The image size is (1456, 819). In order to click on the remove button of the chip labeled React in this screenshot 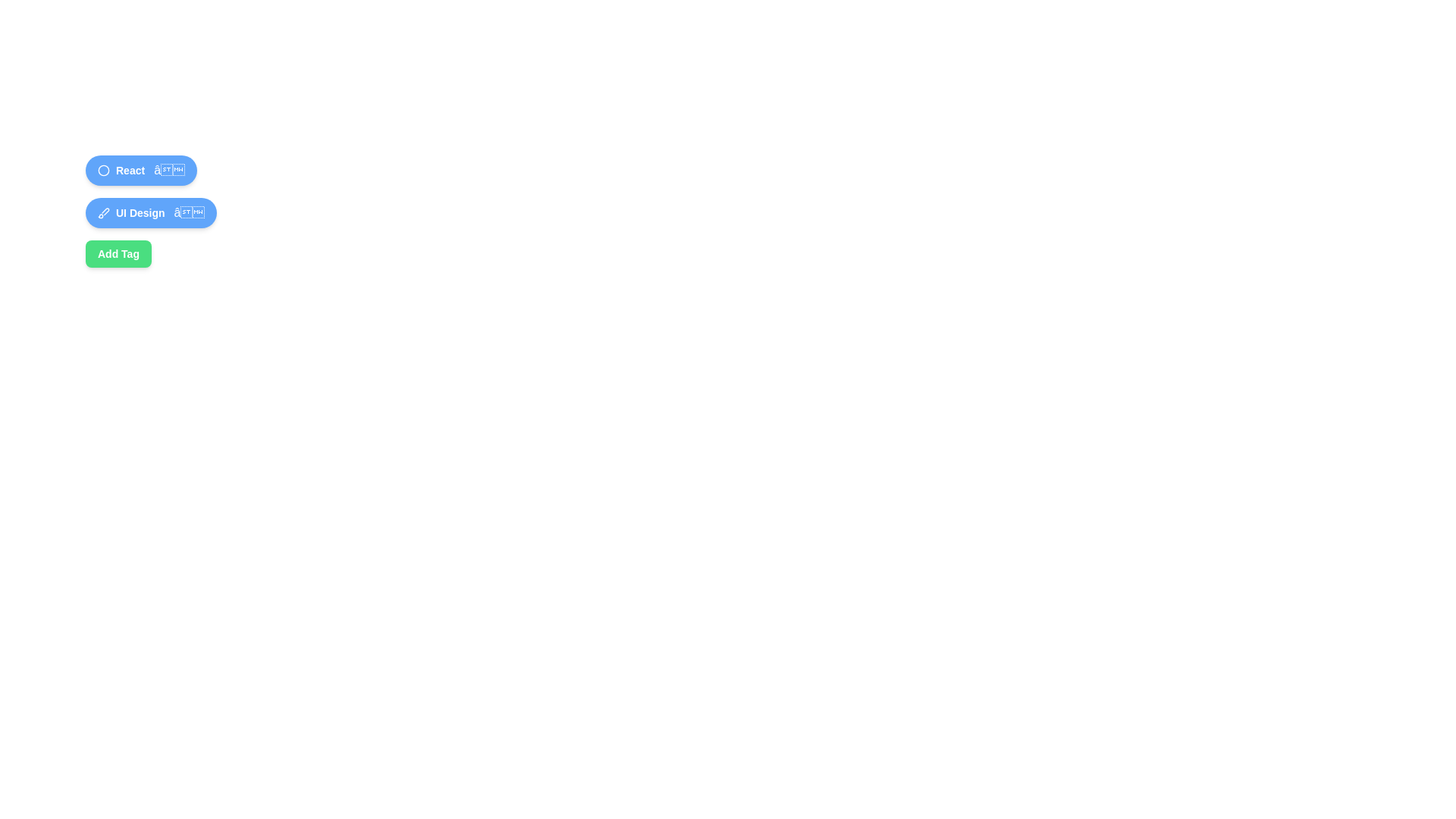, I will do `click(169, 170)`.